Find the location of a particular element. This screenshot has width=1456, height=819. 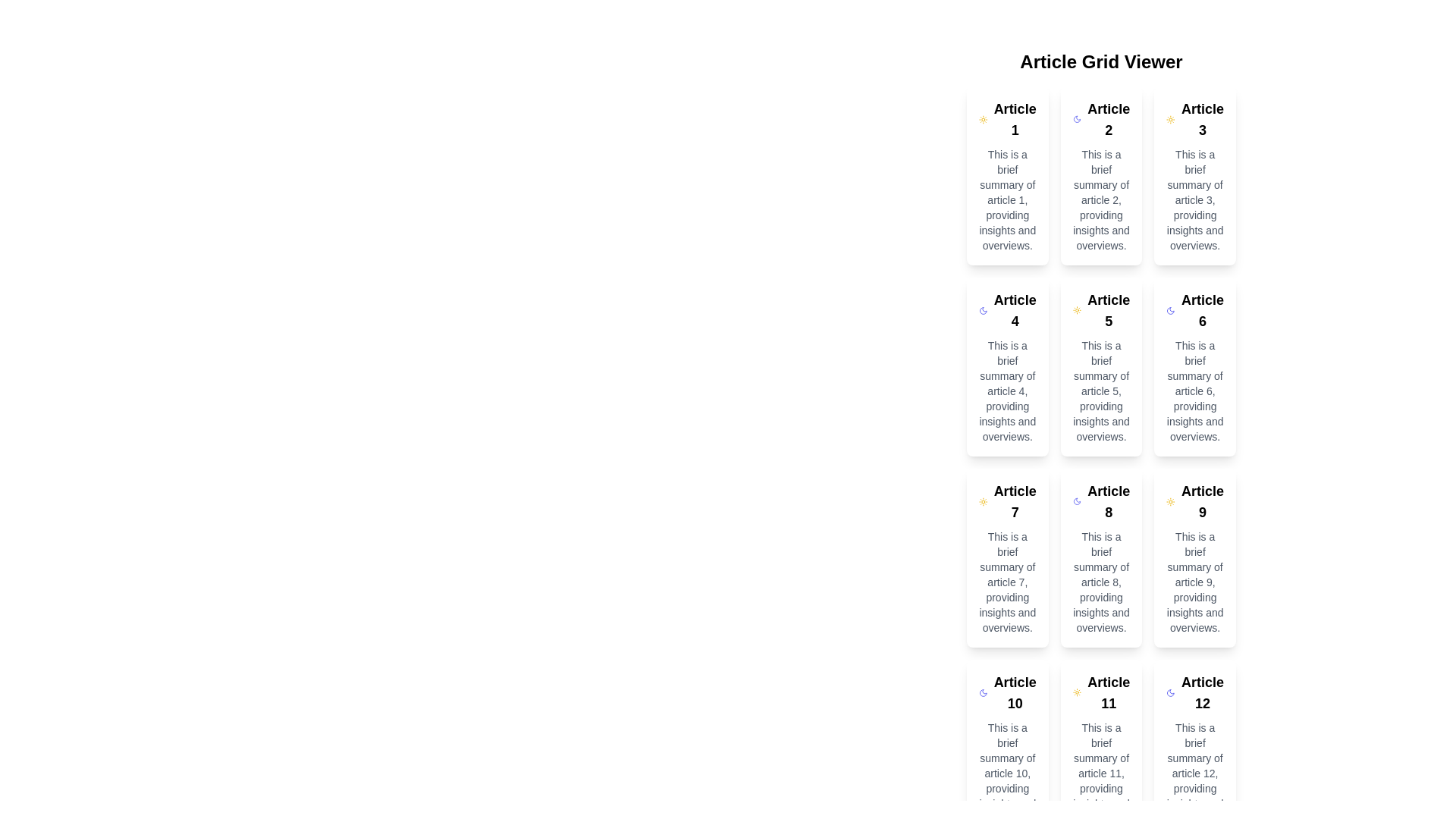

the Card that displays a brief summary of 'Article 7', located in the third row and first column of the grid layout is located at coordinates (1007, 558).